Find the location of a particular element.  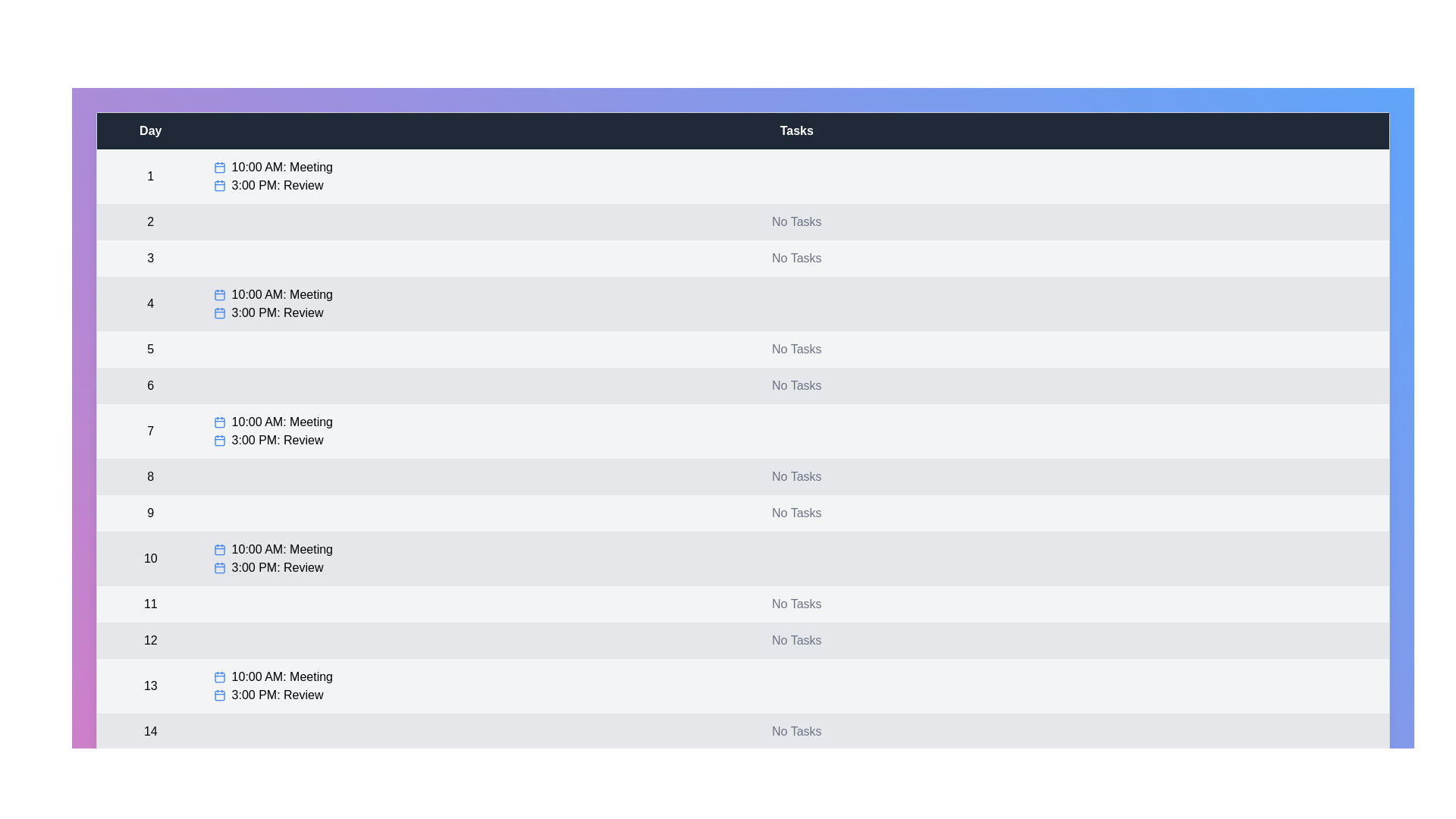

the calendar icon next to the task for day 1 is located at coordinates (218, 167).